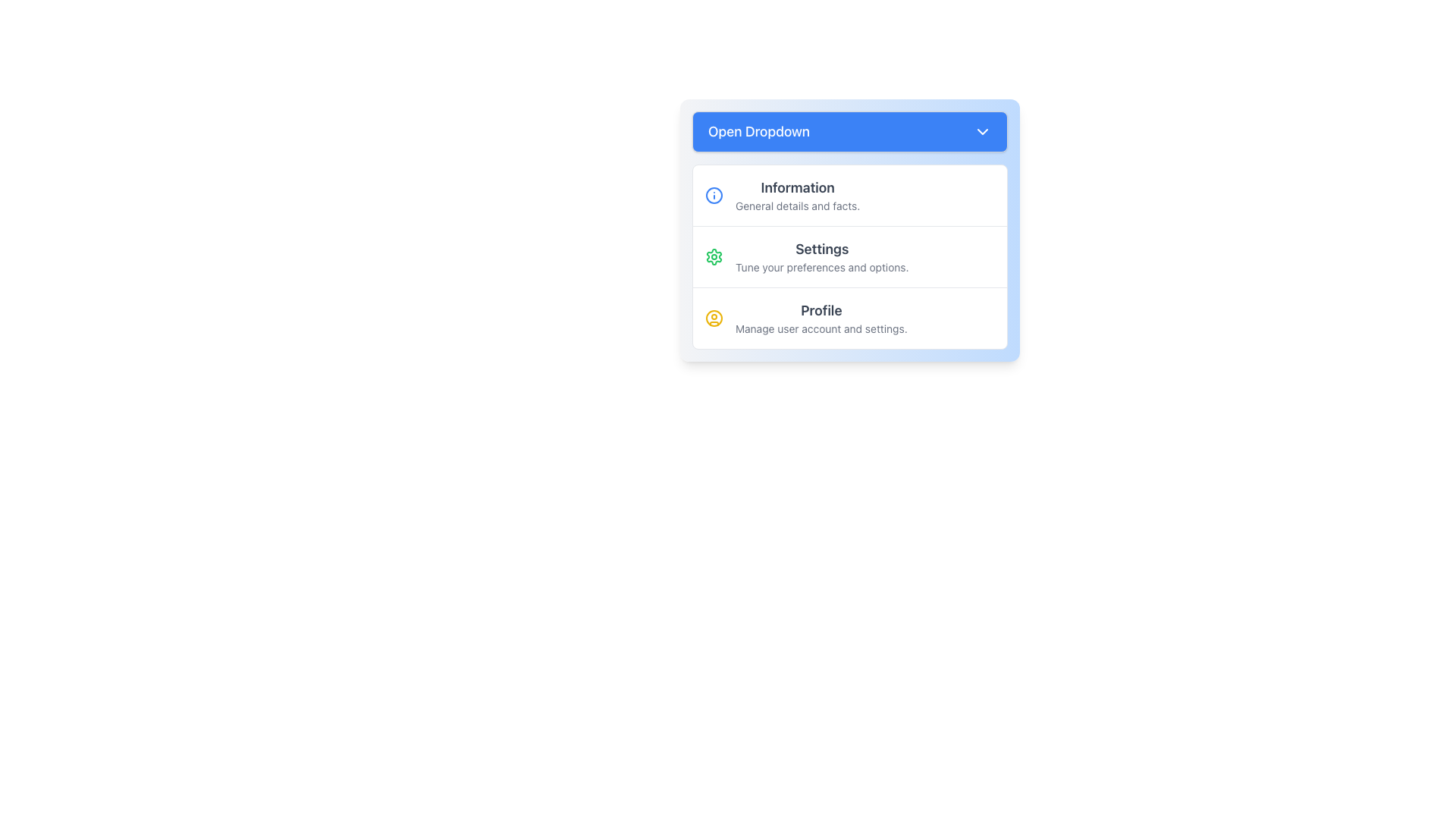 This screenshot has width=1456, height=819. I want to click on the text element providing information about managing user account settings located in the third section of the dropdown menu under the 'Open Dropdown' button, so click(821, 318).